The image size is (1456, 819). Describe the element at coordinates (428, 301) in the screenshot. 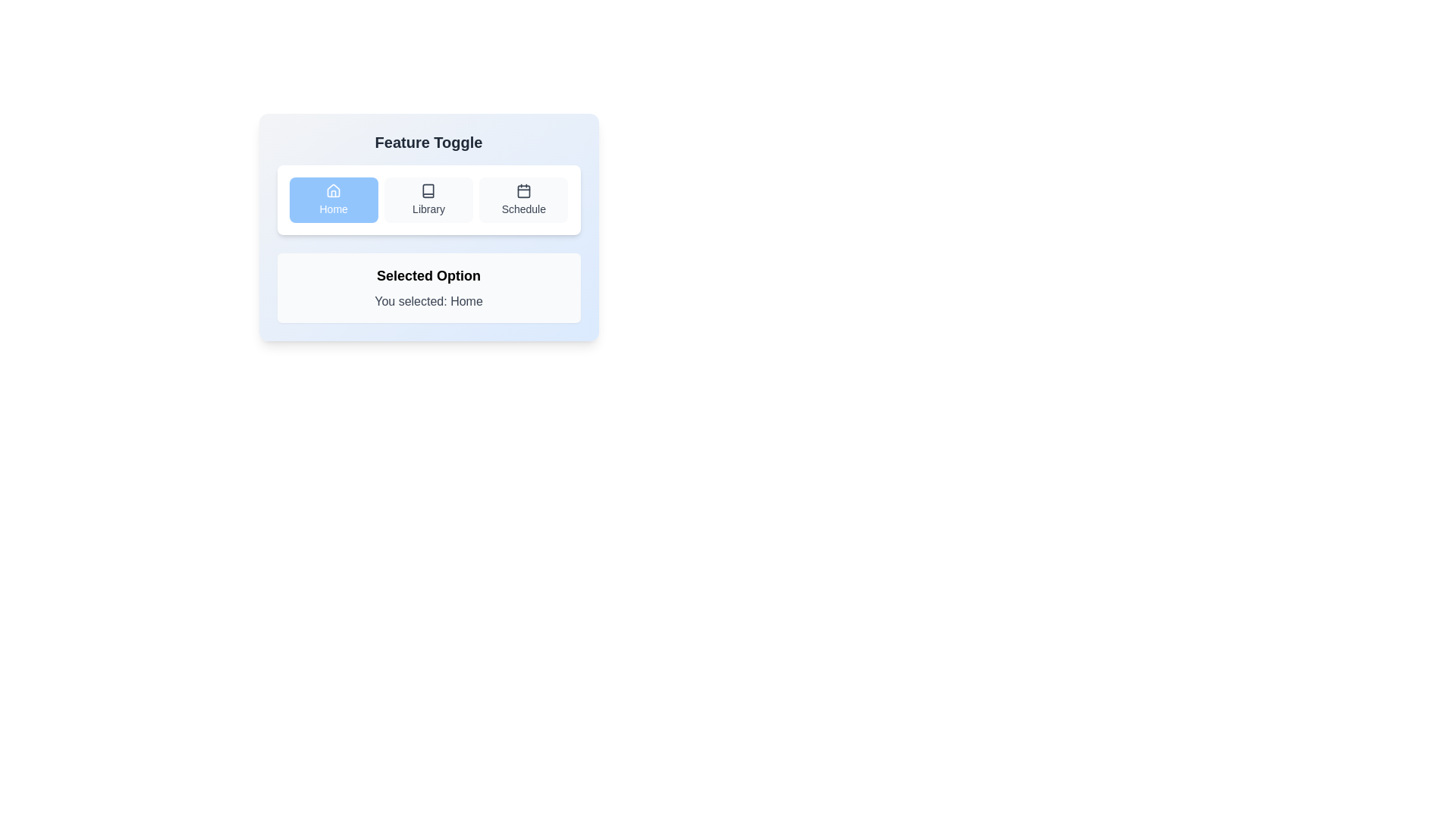

I see `static text that indicates the user's current selection, which displays 'You selected: Home.' located beneath the label 'Selected Option'` at that location.